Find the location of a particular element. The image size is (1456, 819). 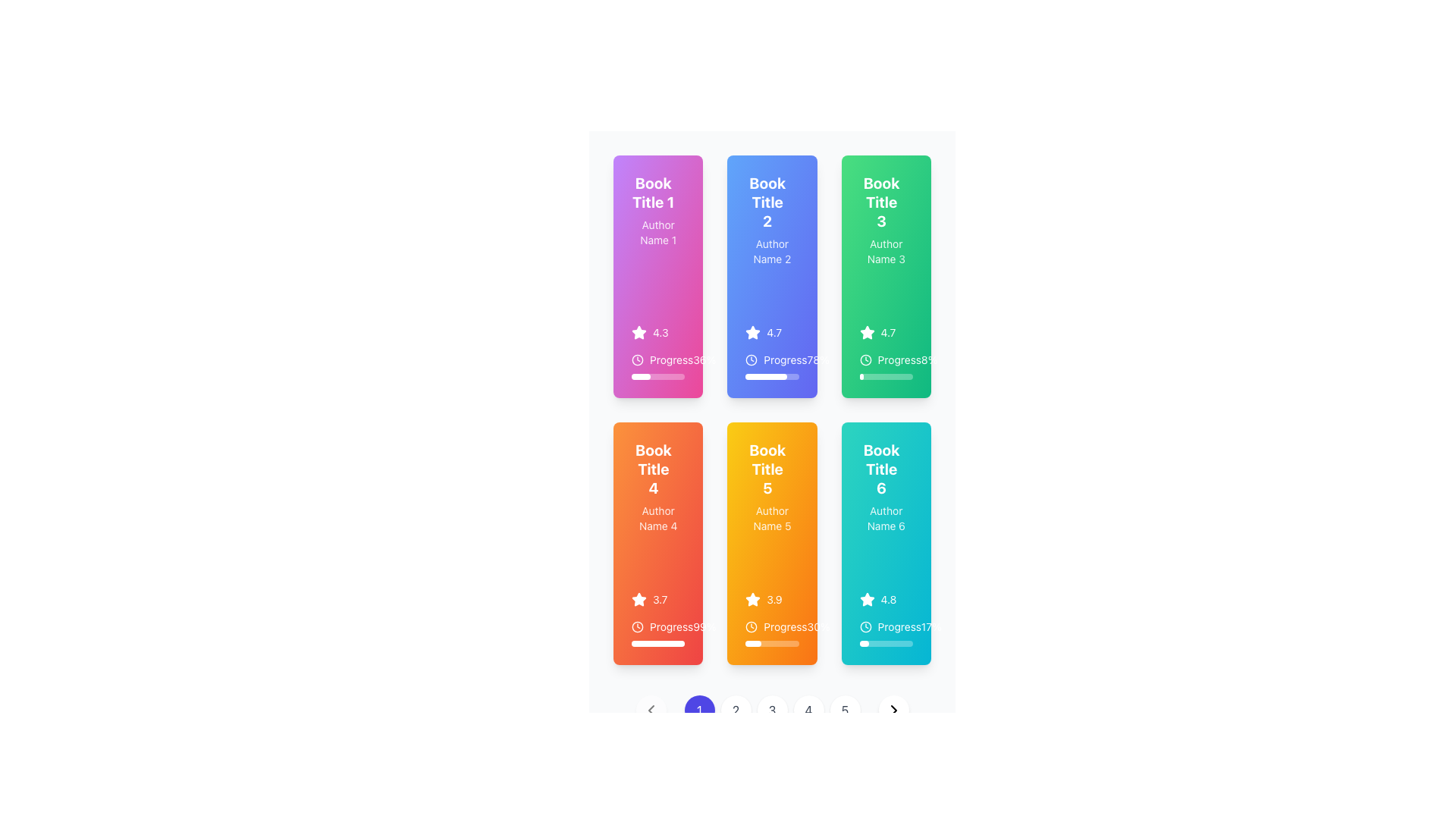

the 'Progress' text label, which is styled in white text on a pink background and includes a clock icon to its left, located under the title 'Book Title 1' is located at coordinates (662, 359).